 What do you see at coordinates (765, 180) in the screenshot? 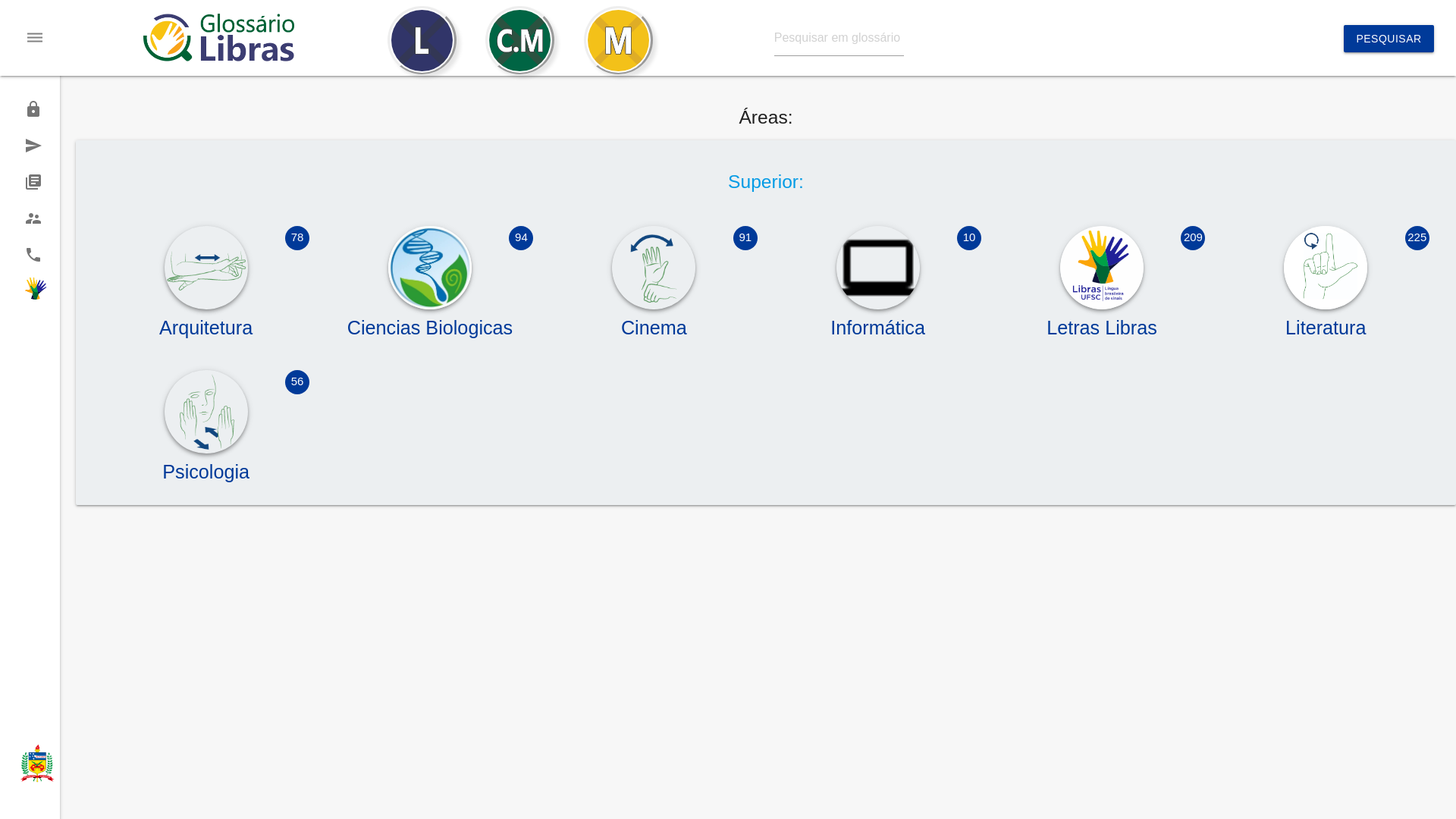
I see `'Superior:'` at bounding box center [765, 180].